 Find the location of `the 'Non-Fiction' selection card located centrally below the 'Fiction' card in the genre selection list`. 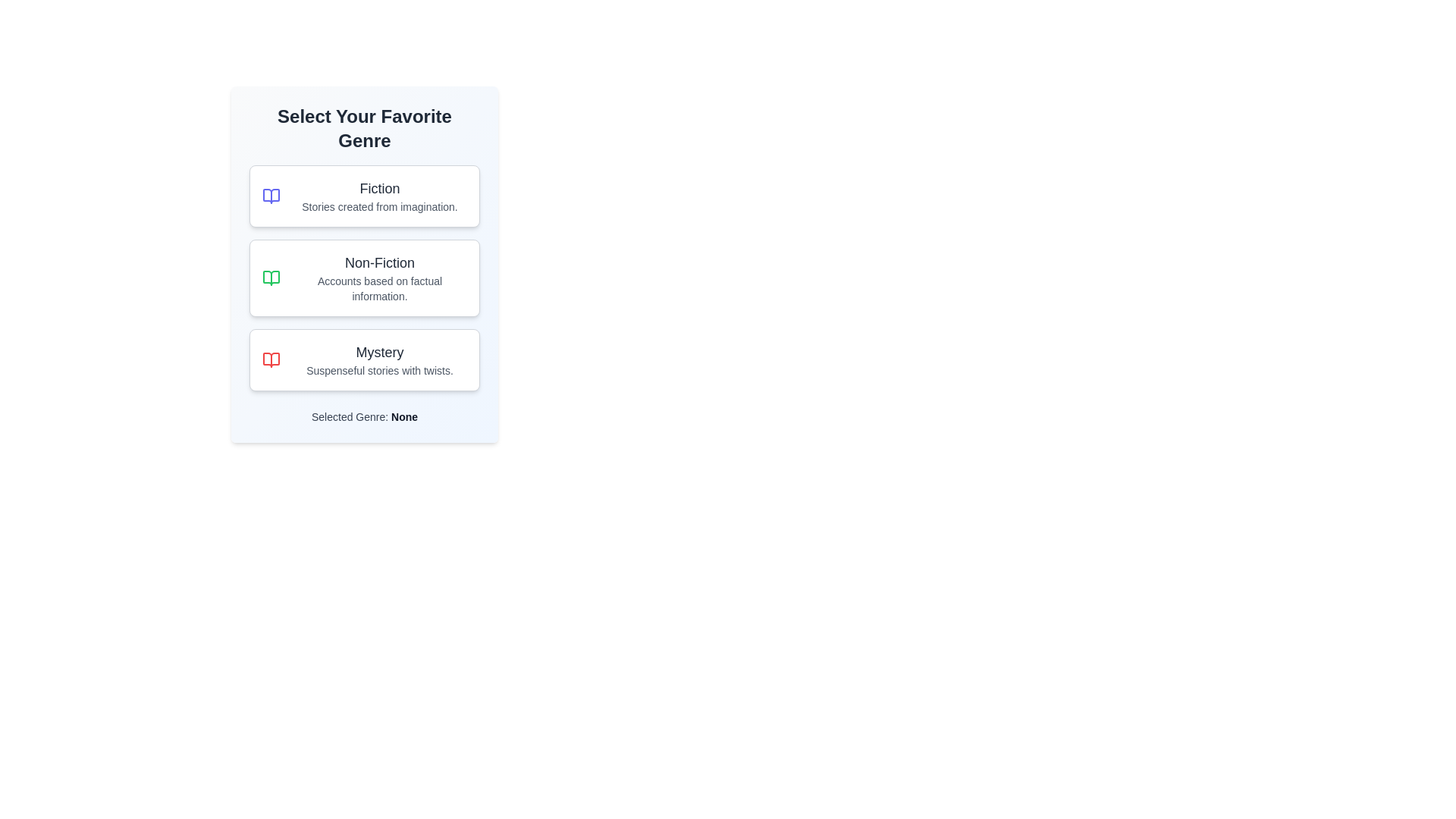

the 'Non-Fiction' selection card located centrally below the 'Fiction' card in the genre selection list is located at coordinates (364, 278).